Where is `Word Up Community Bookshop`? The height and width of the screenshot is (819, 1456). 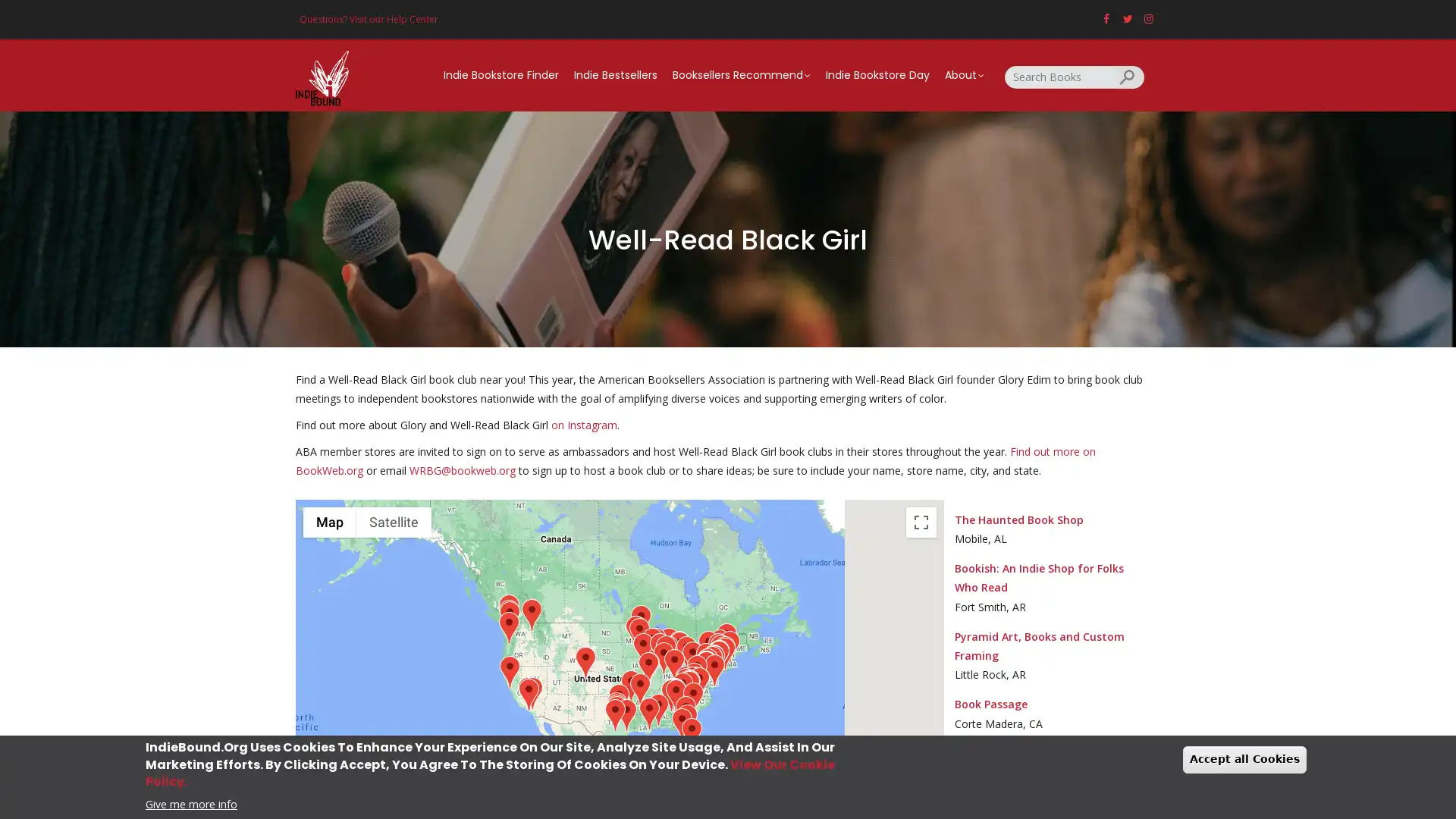 Word Up Community Bookshop is located at coordinates (717, 654).